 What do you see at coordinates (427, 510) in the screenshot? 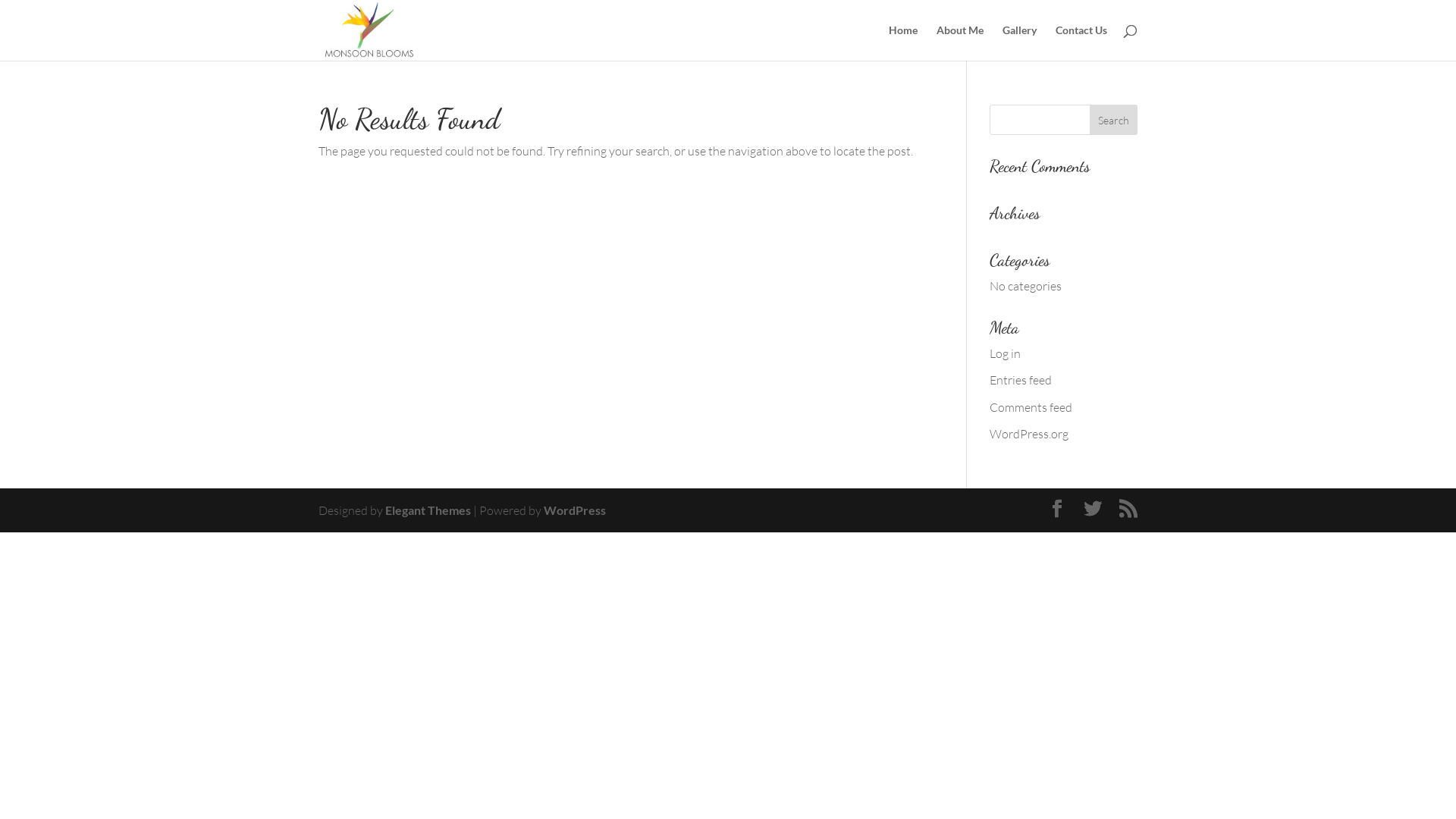
I see `'Elegant Themes'` at bounding box center [427, 510].